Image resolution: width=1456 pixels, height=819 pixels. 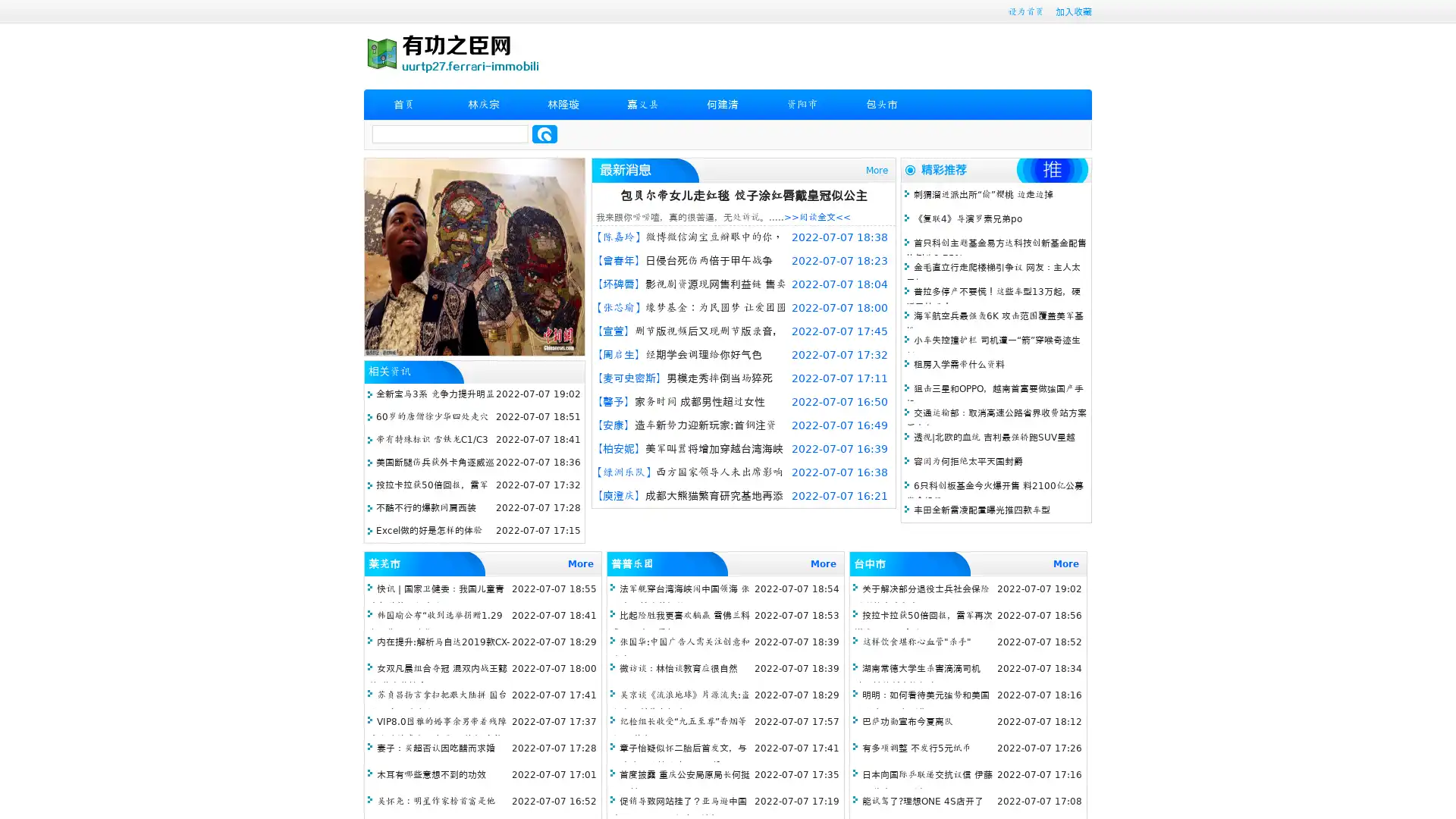 What do you see at coordinates (544, 133) in the screenshot?
I see `Search` at bounding box center [544, 133].